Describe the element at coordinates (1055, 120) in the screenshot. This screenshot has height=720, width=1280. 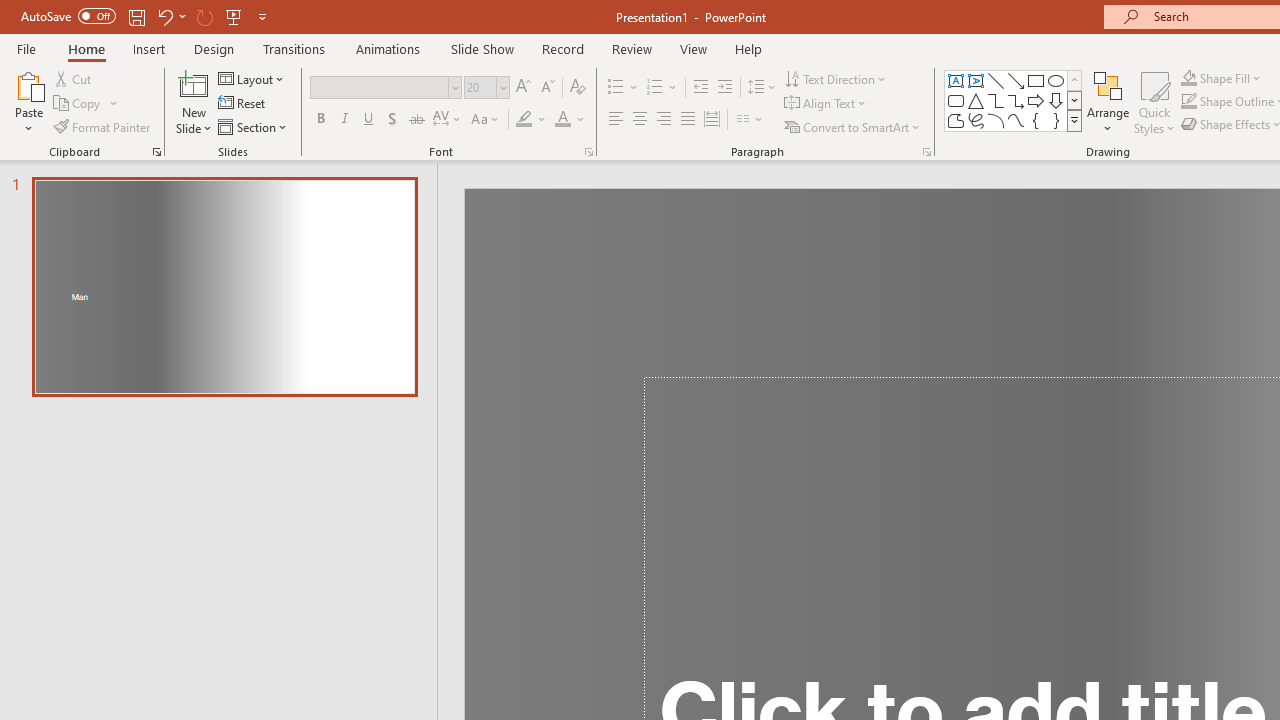
I see `'Right Brace'` at that location.